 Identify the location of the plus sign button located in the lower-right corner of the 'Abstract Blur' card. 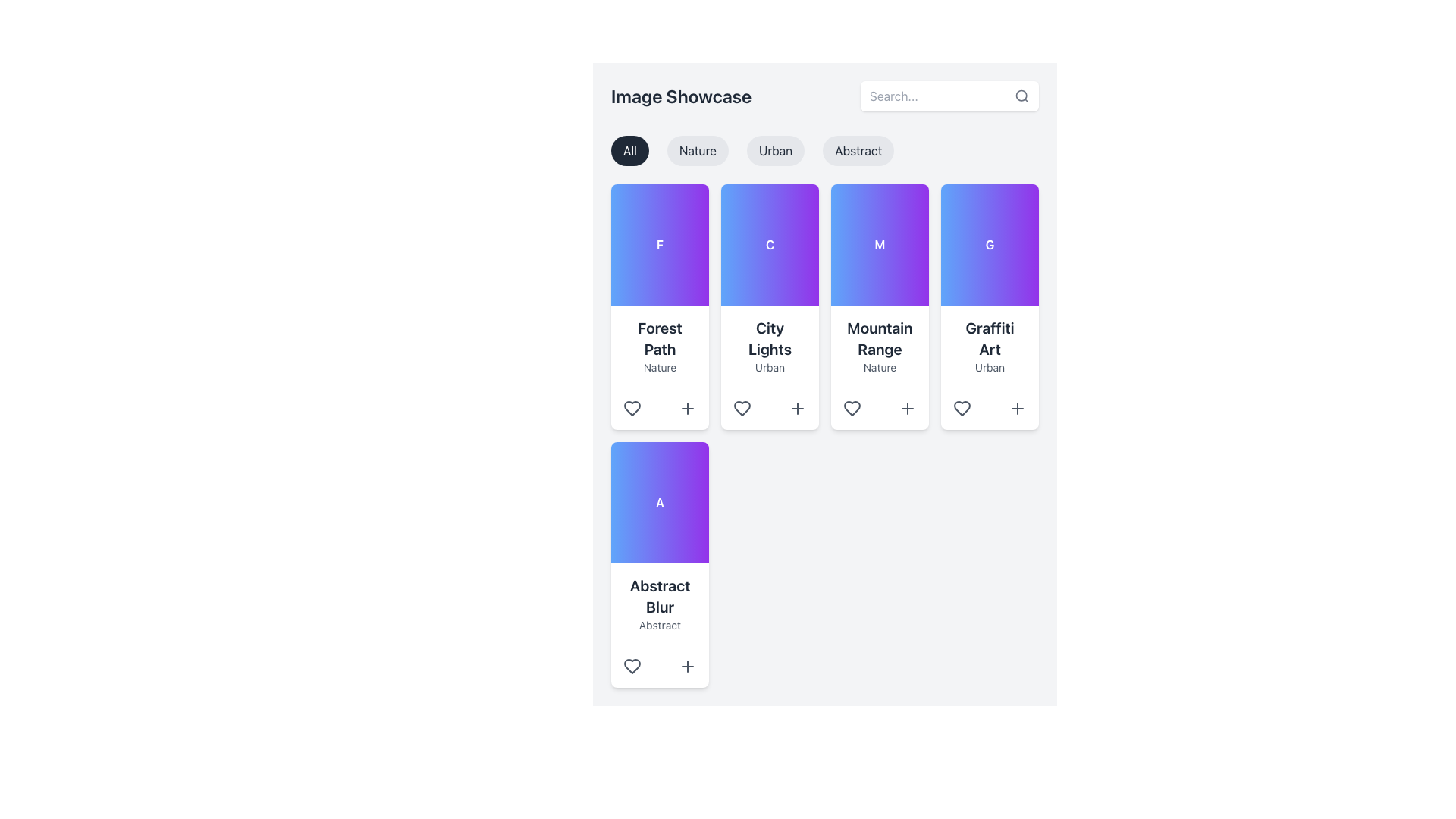
(687, 666).